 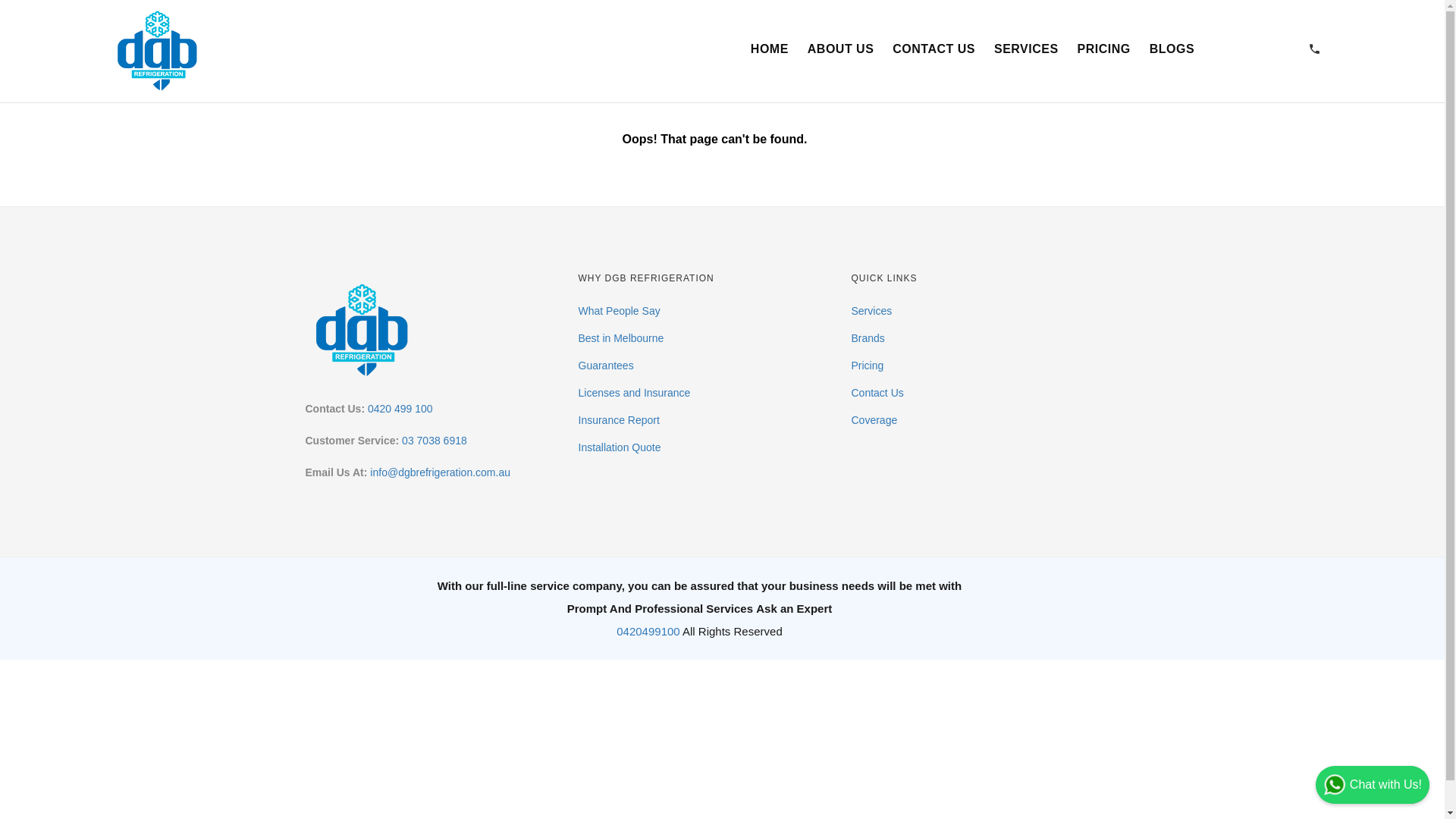 What do you see at coordinates (433, 441) in the screenshot?
I see `'03 7038 6918'` at bounding box center [433, 441].